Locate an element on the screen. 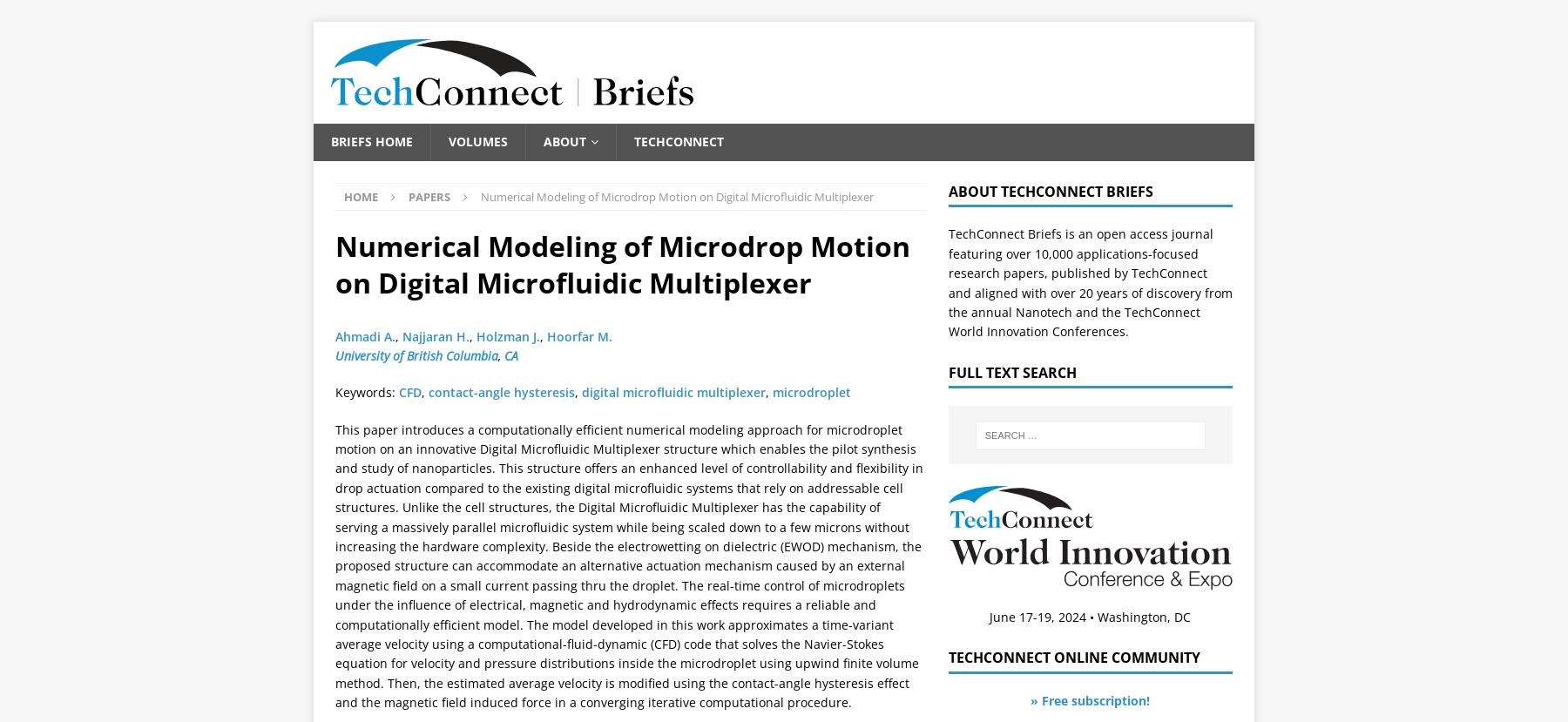 This screenshot has width=1568, height=722. 'Holzman J.' is located at coordinates (508, 335).